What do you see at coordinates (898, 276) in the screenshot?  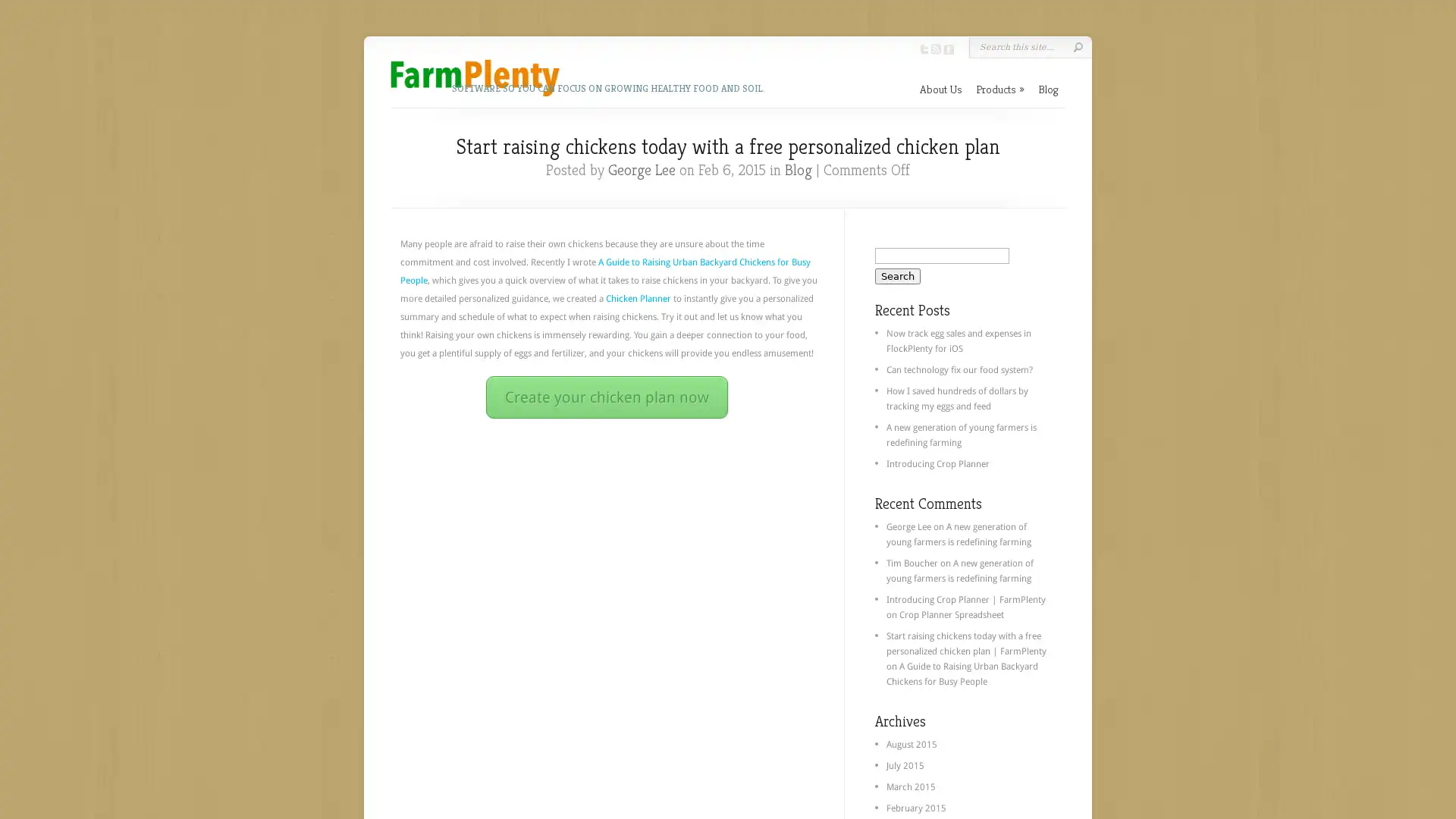 I see `Search` at bounding box center [898, 276].